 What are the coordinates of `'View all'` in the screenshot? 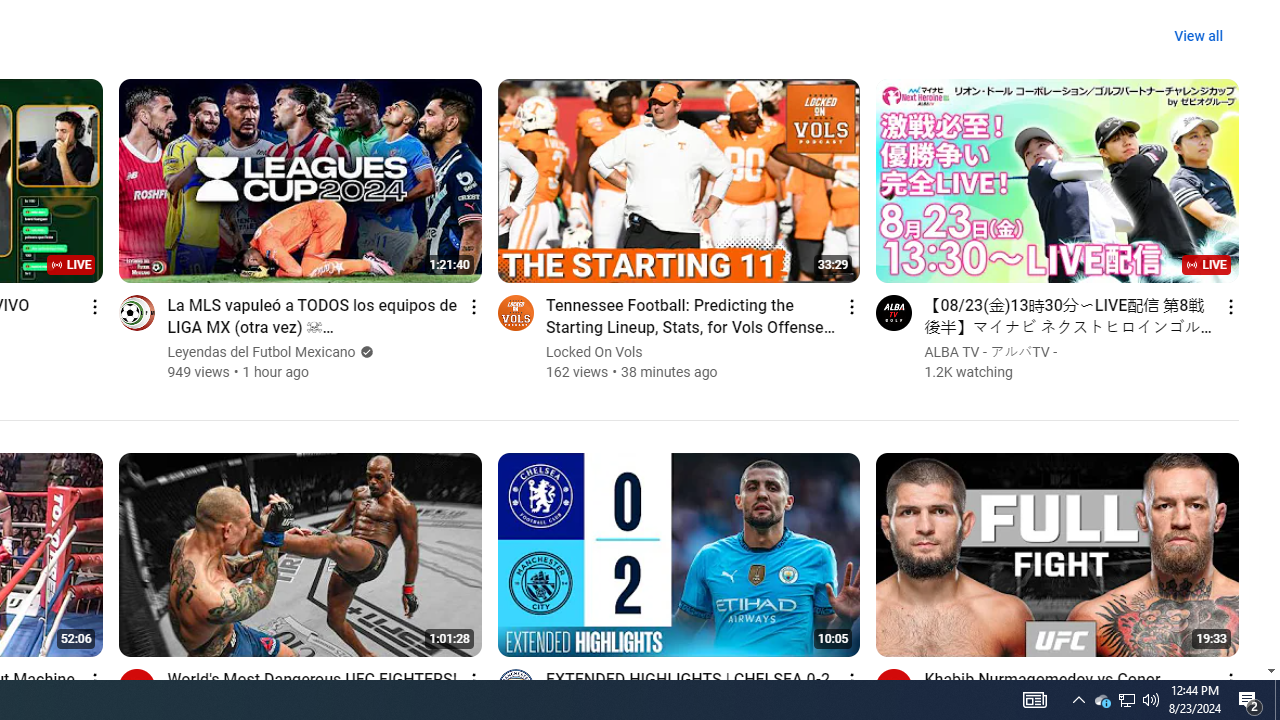 It's located at (1198, 36).